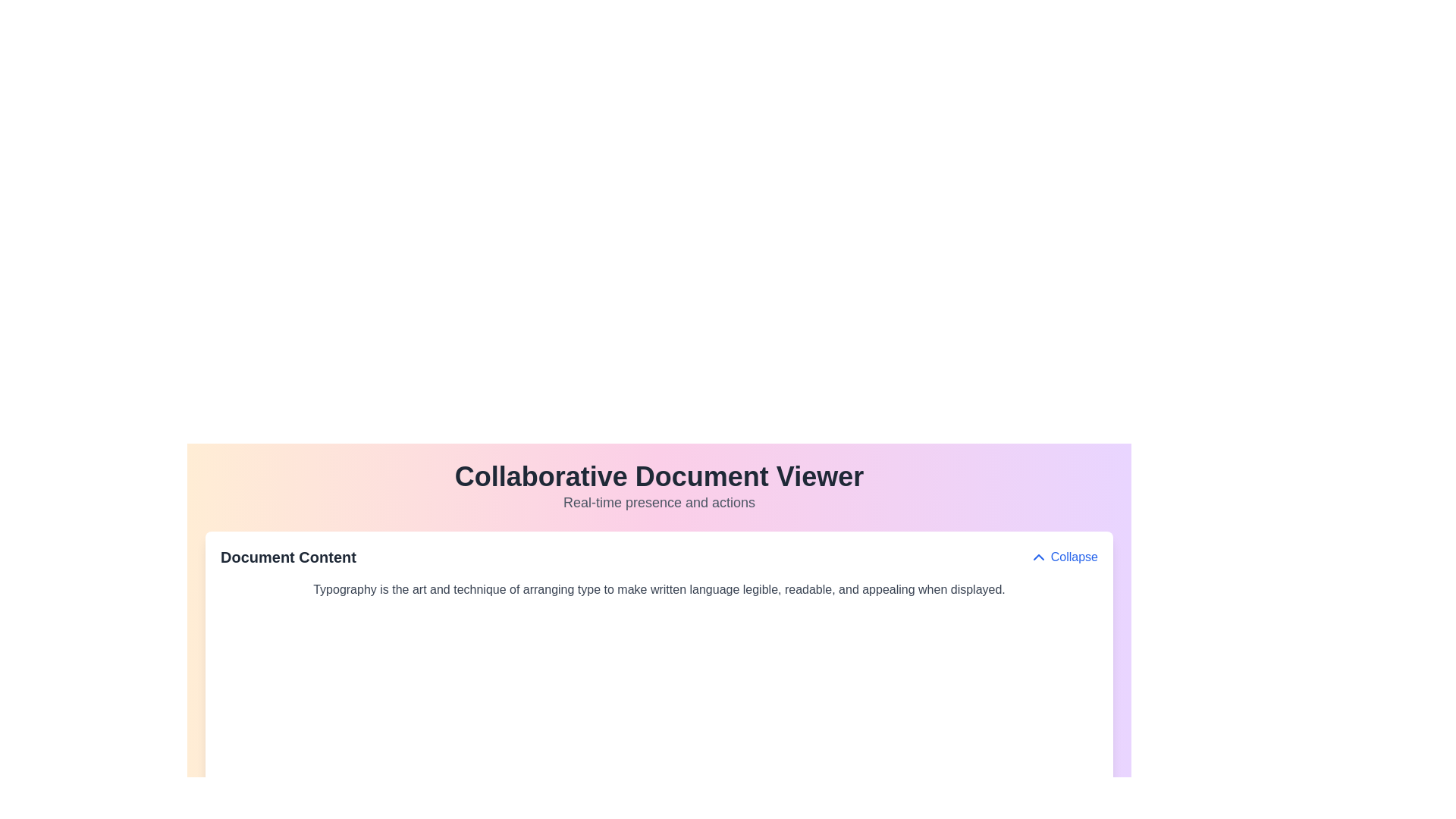 The width and height of the screenshot is (1456, 819). What do you see at coordinates (659, 488) in the screenshot?
I see `the text element titled 'Collaborative Document Viewer' which is centrally aligned and features a gradient background` at bounding box center [659, 488].